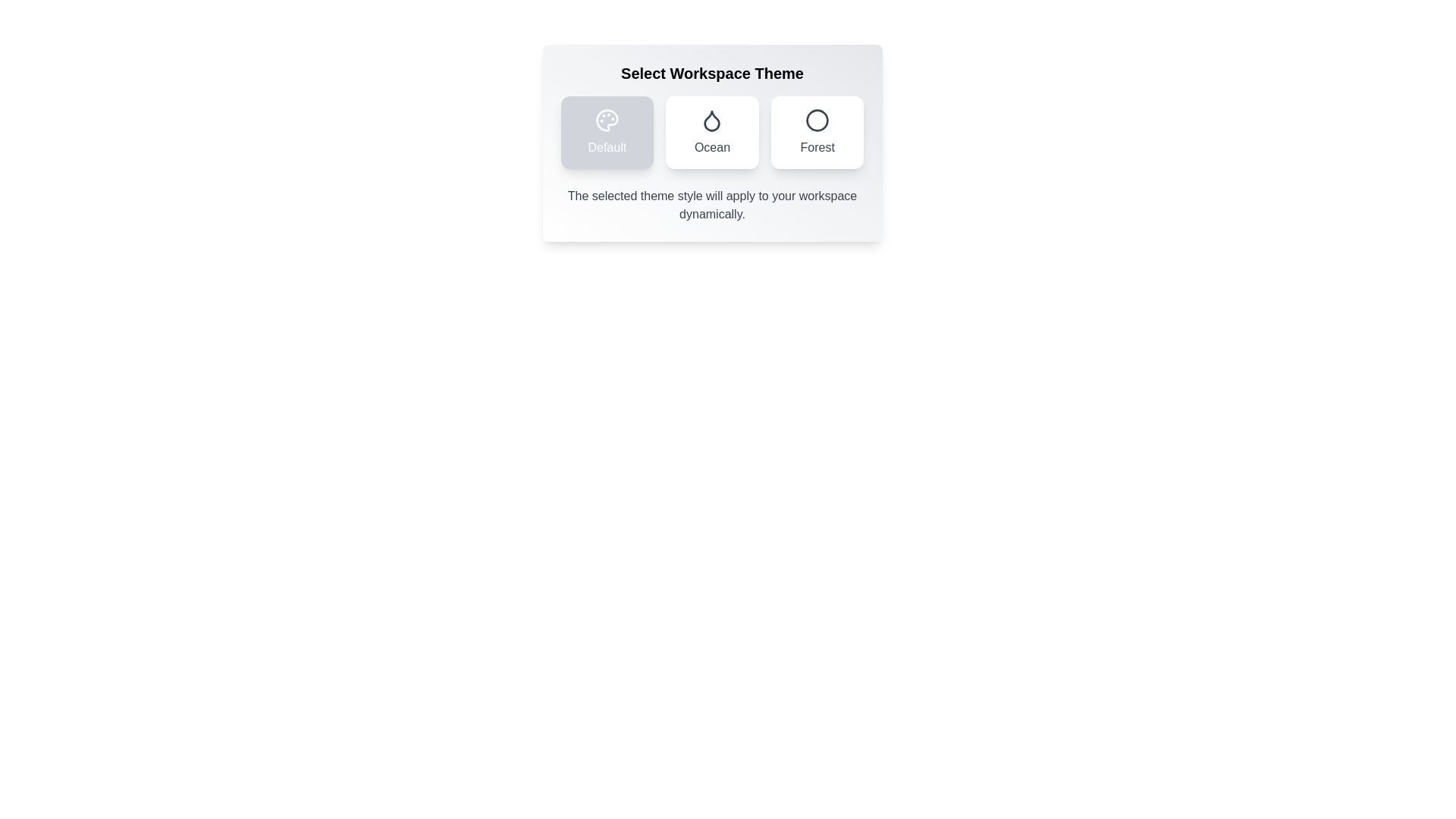  Describe the element at coordinates (711, 131) in the screenshot. I see `the button corresponding to the Ocean theme` at that location.